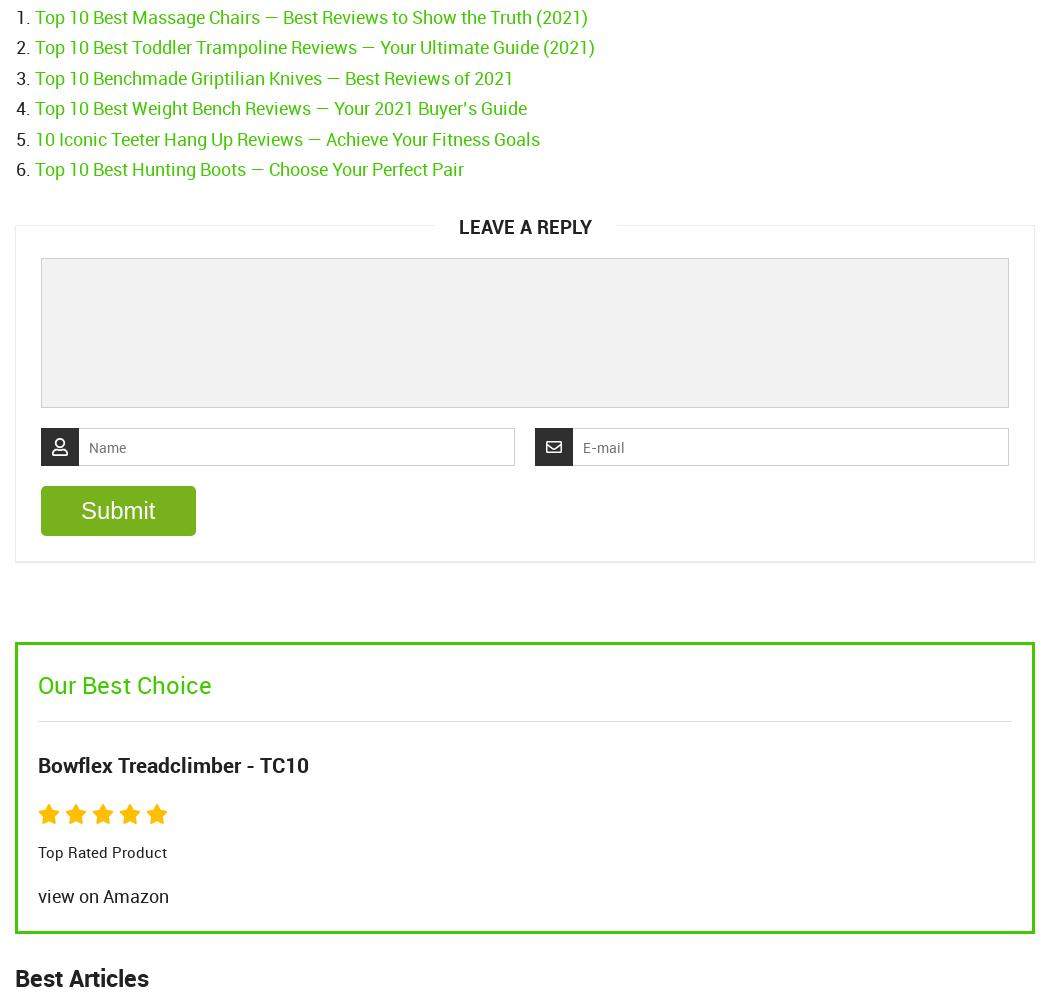 This screenshot has height=1008, width=1050. Describe the element at coordinates (123, 685) in the screenshot. I see `'Our Best Choice'` at that location.